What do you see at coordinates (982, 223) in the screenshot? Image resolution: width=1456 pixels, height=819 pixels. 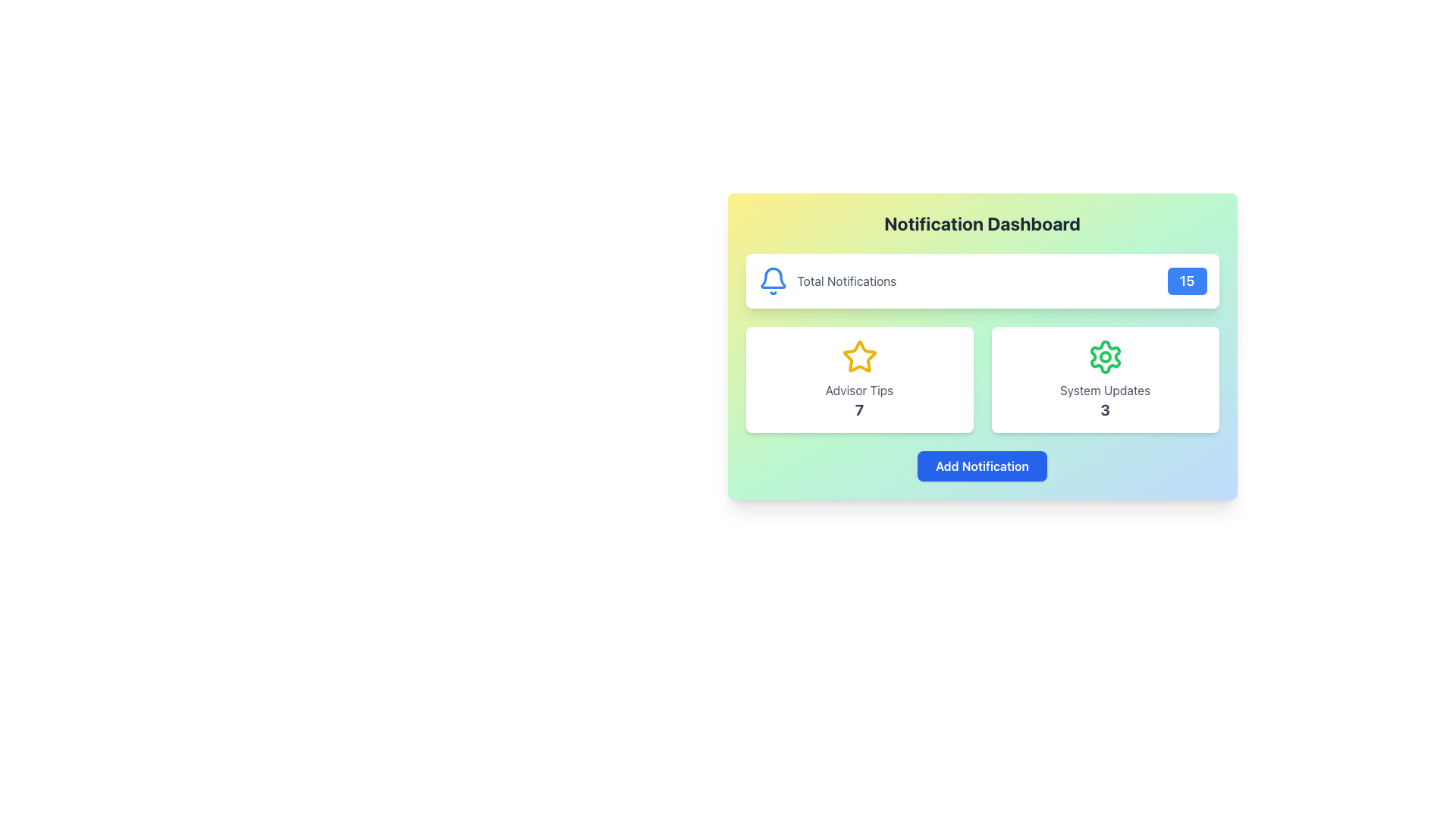 I see `text of the header label located at the top of the dashboard, which indicates the purpose of the displayed content` at bounding box center [982, 223].